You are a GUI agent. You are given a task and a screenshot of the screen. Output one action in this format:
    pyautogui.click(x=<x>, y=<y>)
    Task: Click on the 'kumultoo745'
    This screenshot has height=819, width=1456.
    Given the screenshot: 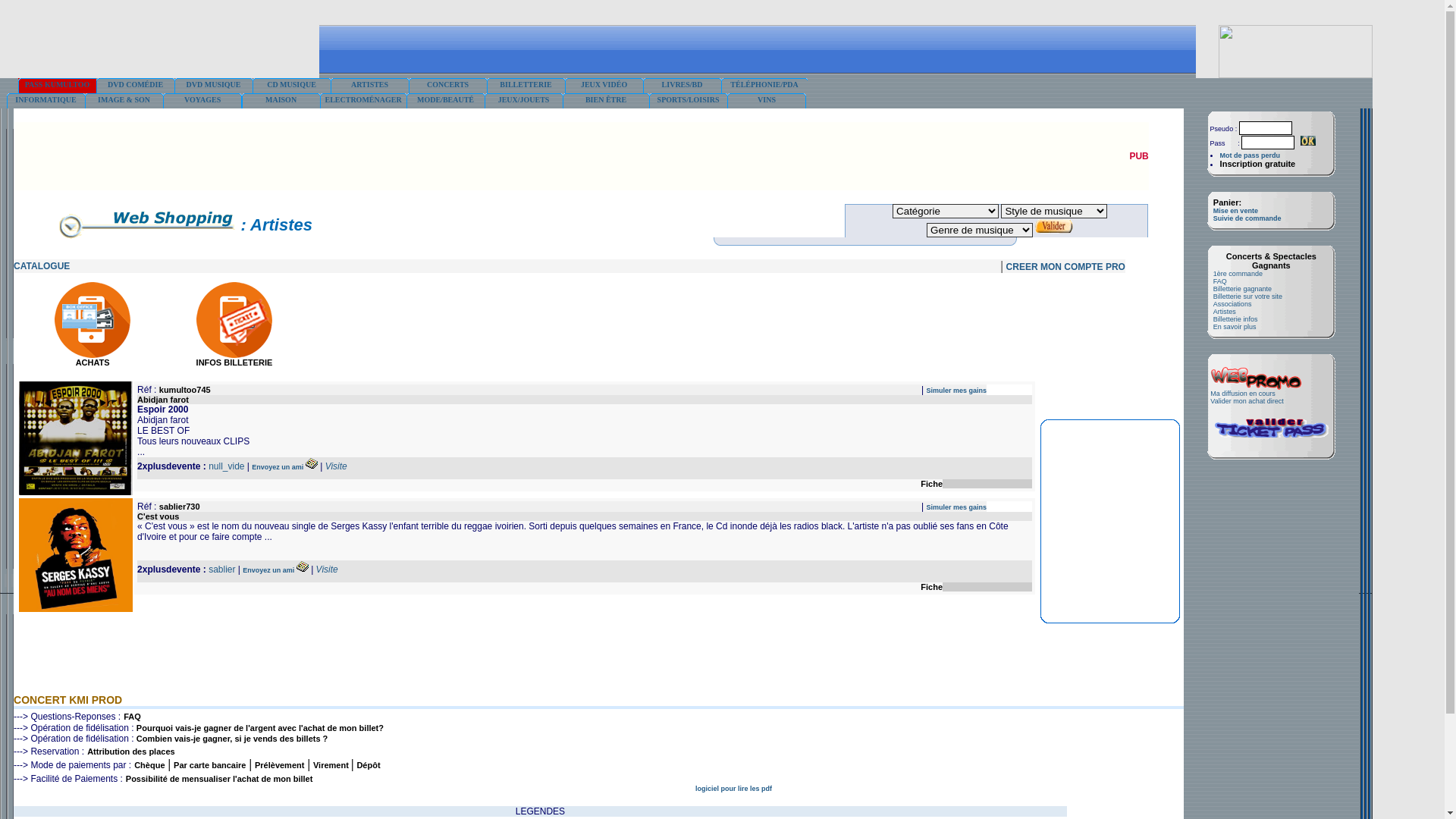 What is the action you would take?
    pyautogui.click(x=184, y=388)
    